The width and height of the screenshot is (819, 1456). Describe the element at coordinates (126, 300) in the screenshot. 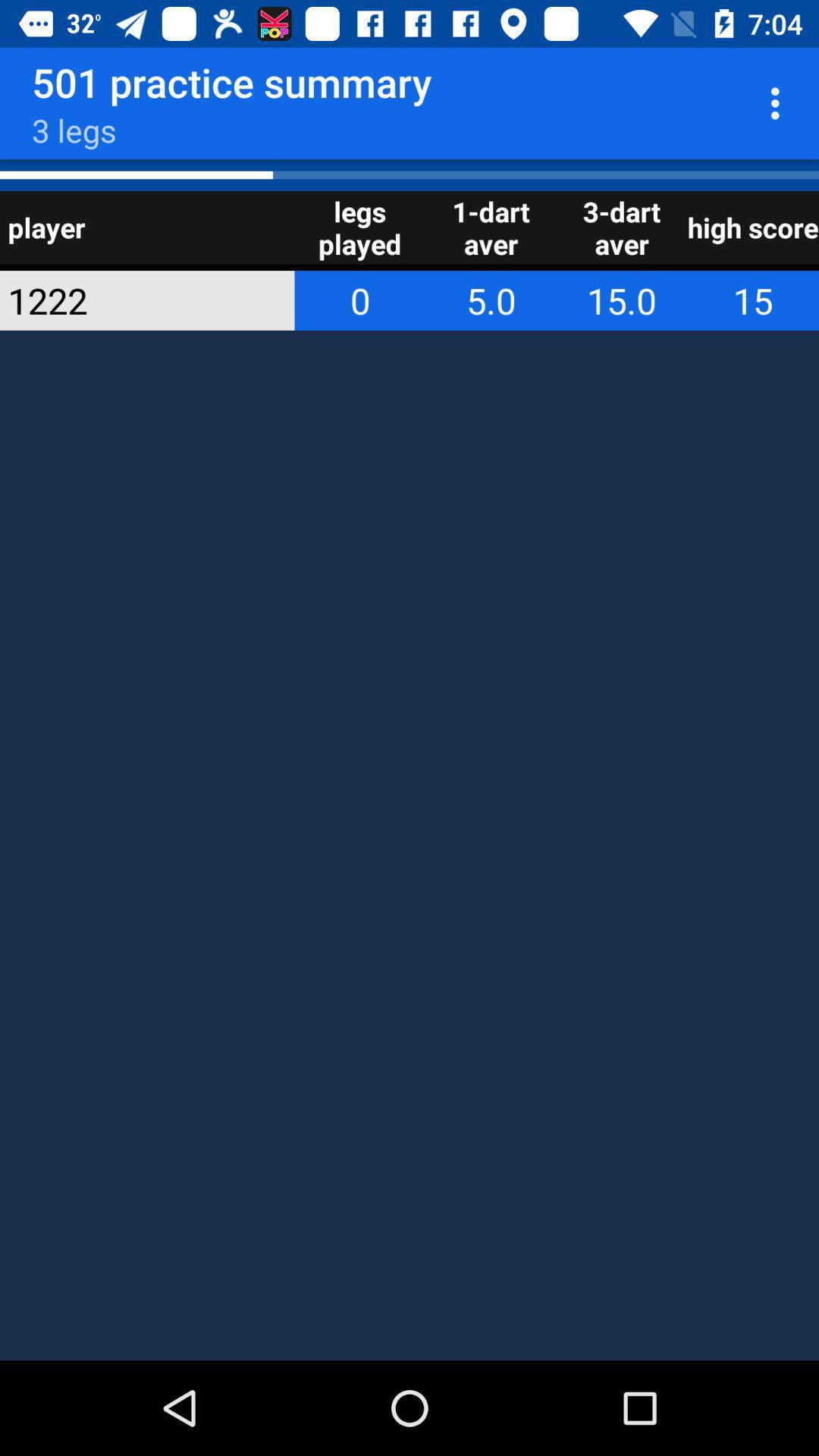

I see `app below player item` at that location.